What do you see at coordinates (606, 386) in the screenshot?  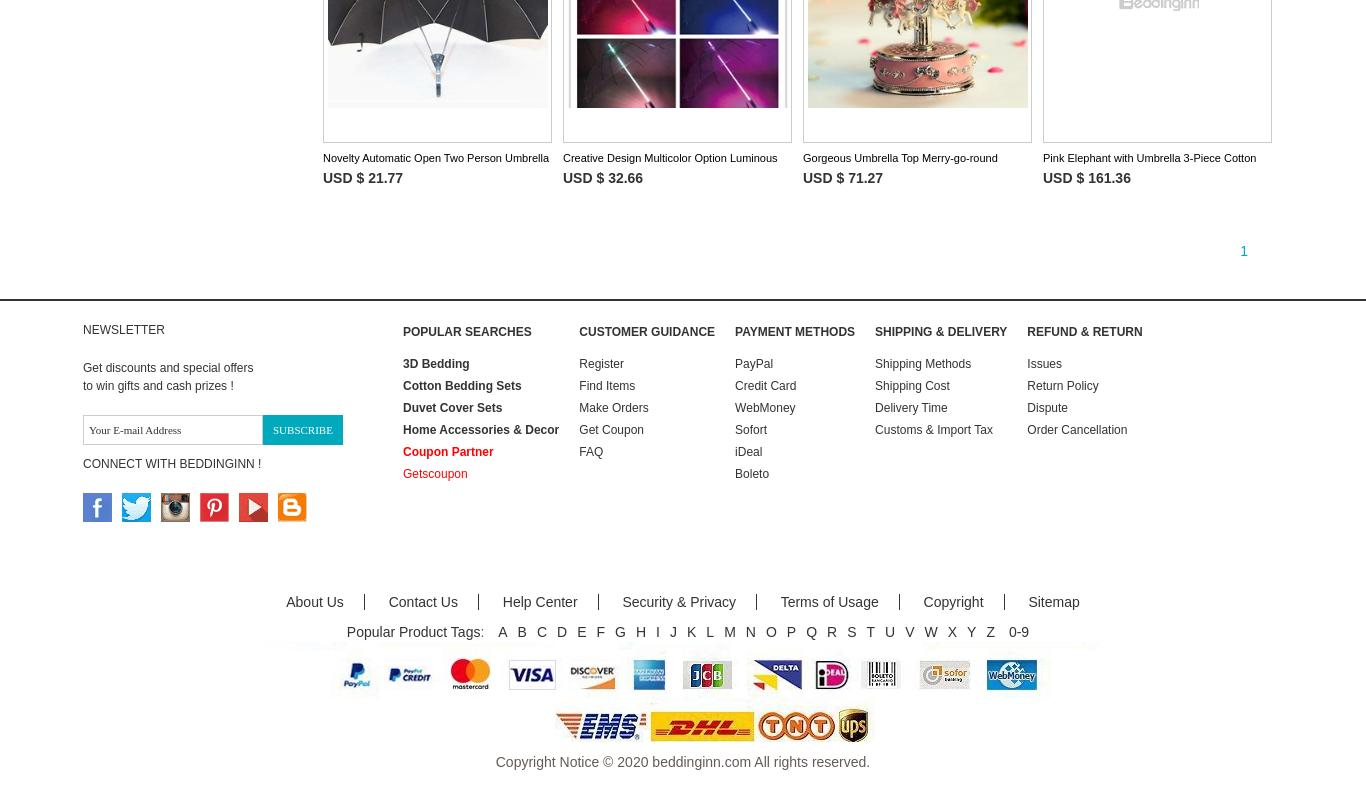 I see `'Find Items'` at bounding box center [606, 386].